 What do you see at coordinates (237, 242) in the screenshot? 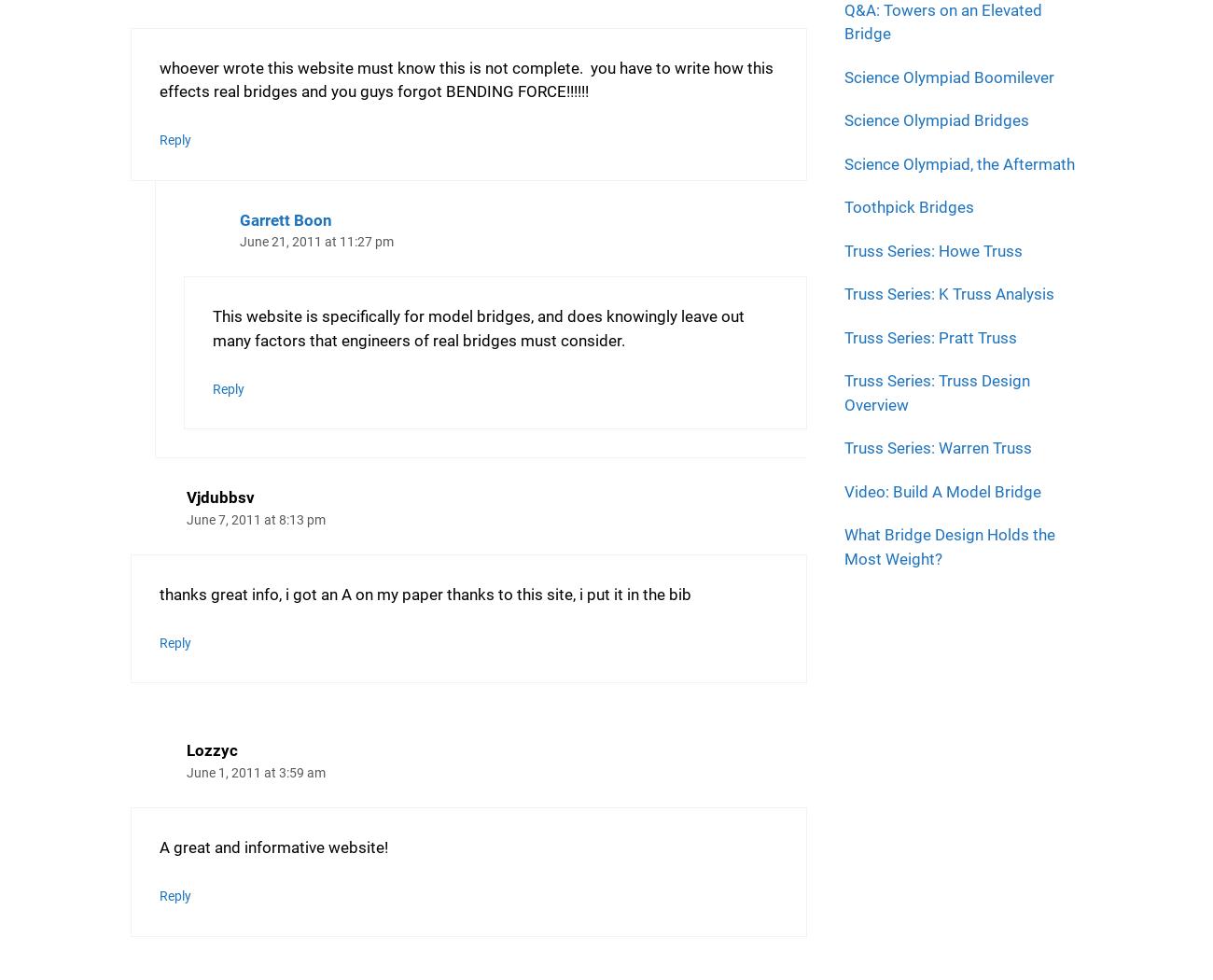
I see `'June 21, 2011 at 11:27 pm'` at bounding box center [237, 242].